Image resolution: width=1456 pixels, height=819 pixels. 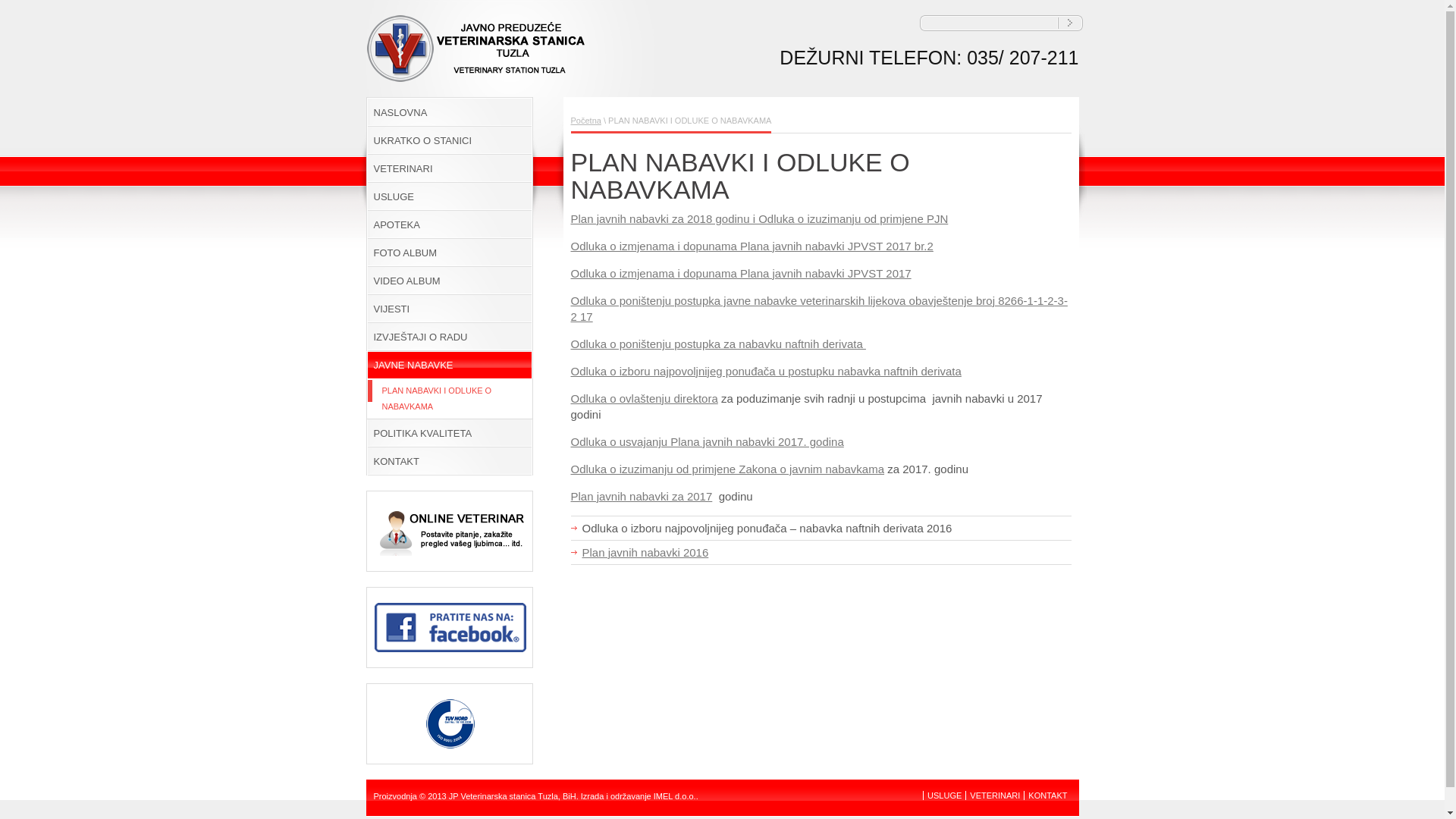 I want to click on 'Odluka o usvajanju Plana javnih nabavki 2017. godina', so click(x=705, y=441).